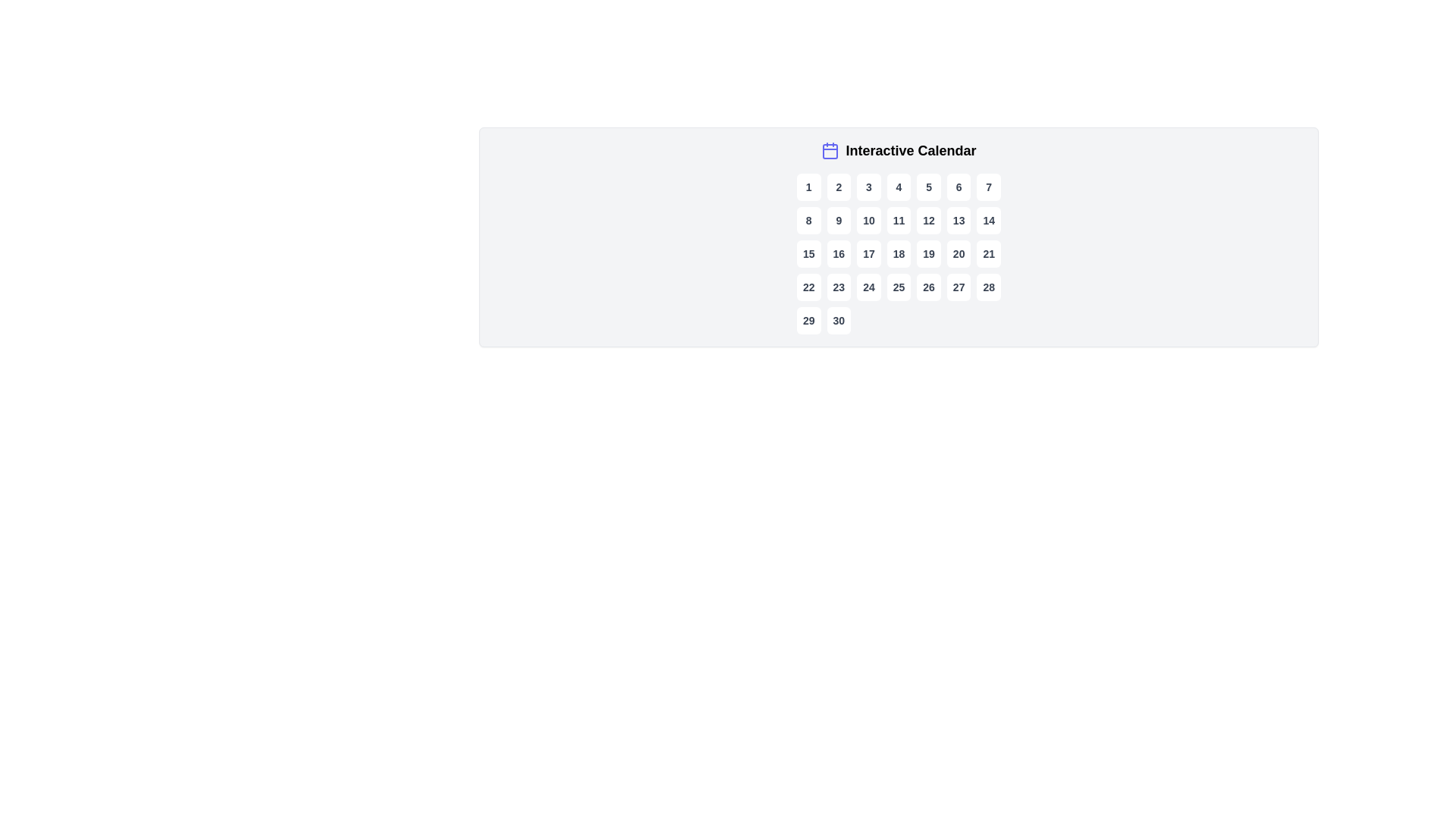  What do you see at coordinates (910, 151) in the screenshot?
I see `the text label displaying 'Interactive Calendar', which is bold and large, located to the right of a calendar icon at the top of the section` at bounding box center [910, 151].